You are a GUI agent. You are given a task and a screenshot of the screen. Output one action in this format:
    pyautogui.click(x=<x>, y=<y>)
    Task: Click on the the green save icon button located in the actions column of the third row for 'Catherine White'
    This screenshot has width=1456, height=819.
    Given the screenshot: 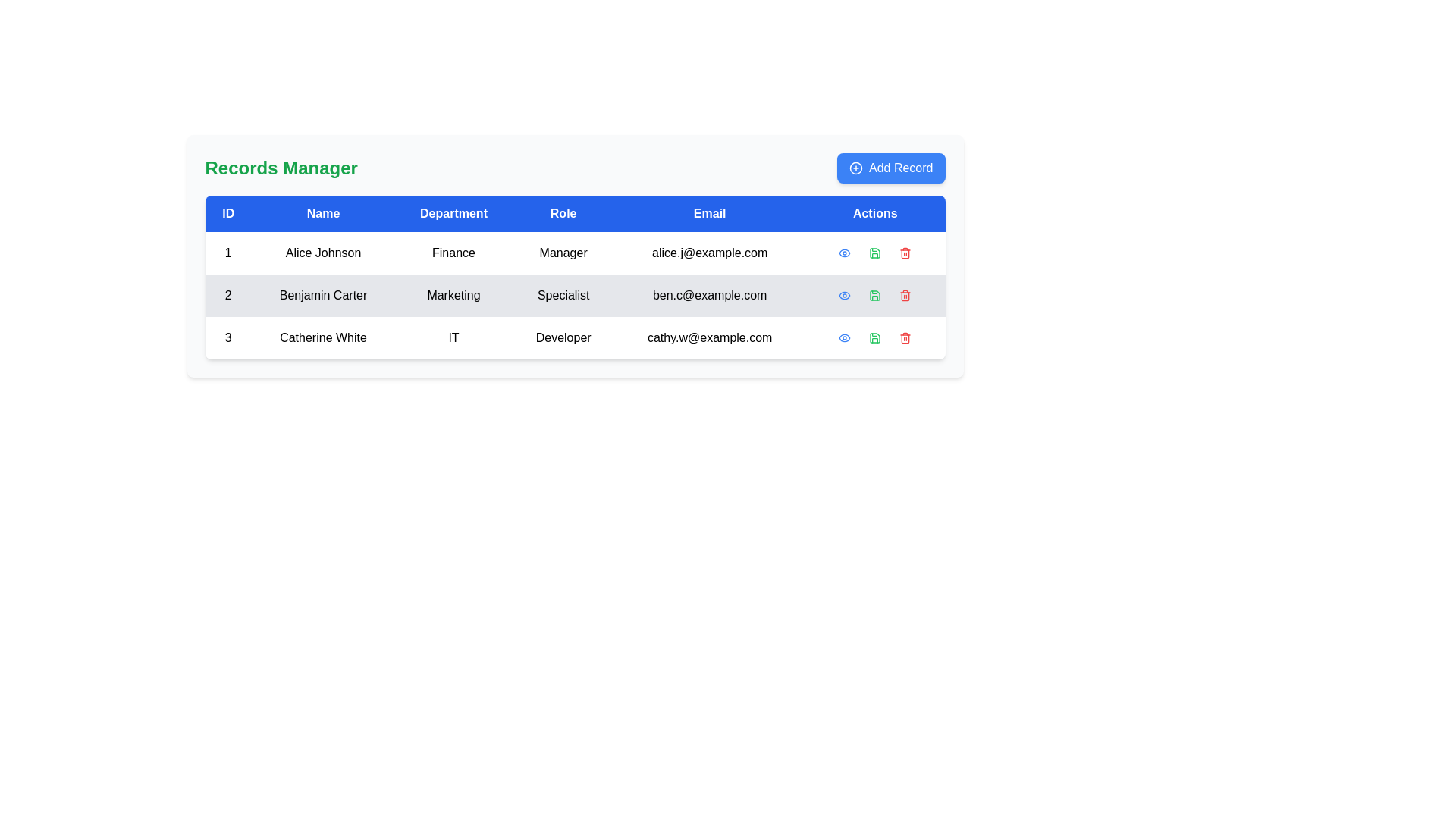 What is the action you would take?
    pyautogui.click(x=875, y=337)
    